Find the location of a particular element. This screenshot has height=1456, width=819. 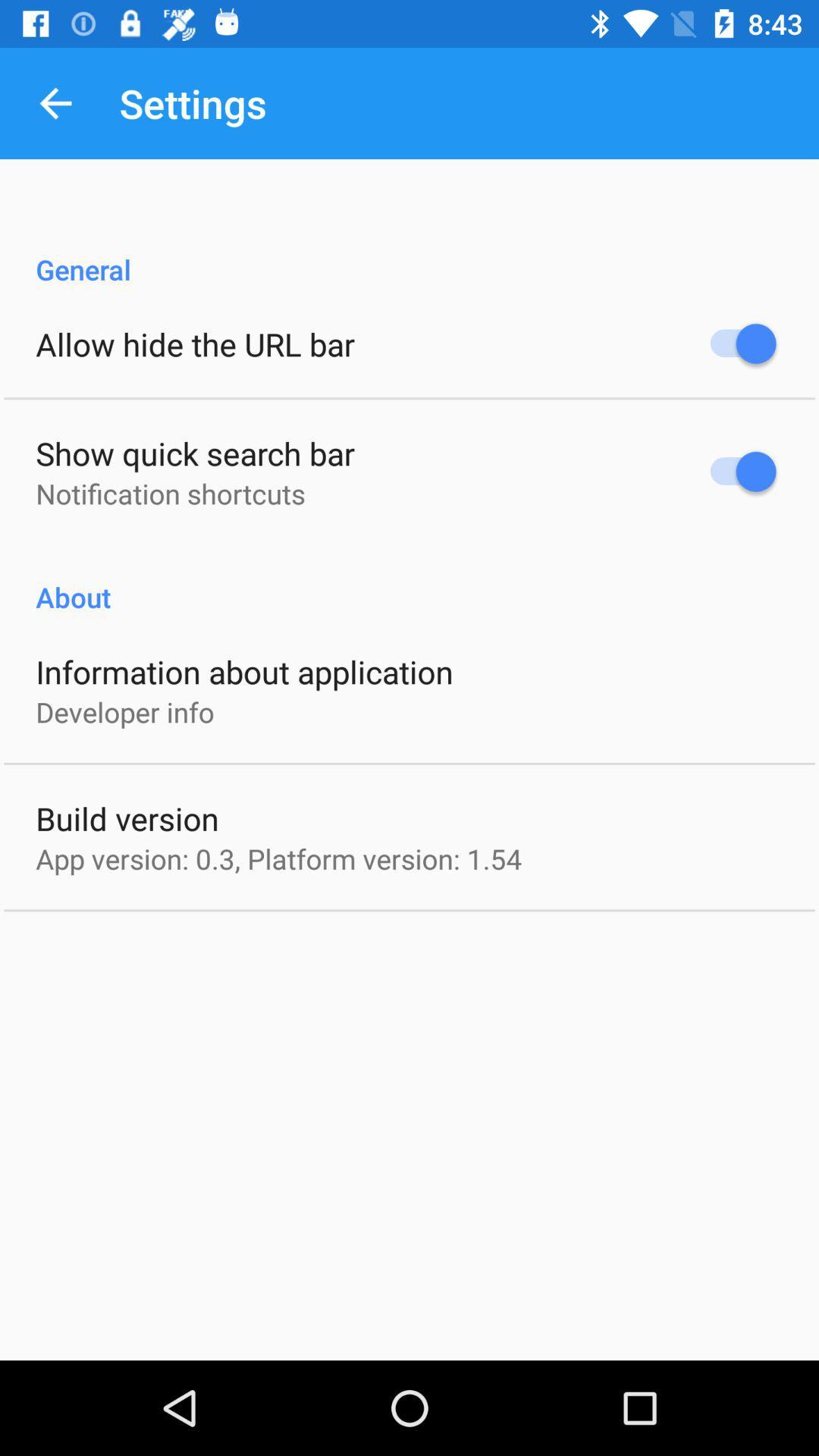

icon above the general is located at coordinates (55, 102).